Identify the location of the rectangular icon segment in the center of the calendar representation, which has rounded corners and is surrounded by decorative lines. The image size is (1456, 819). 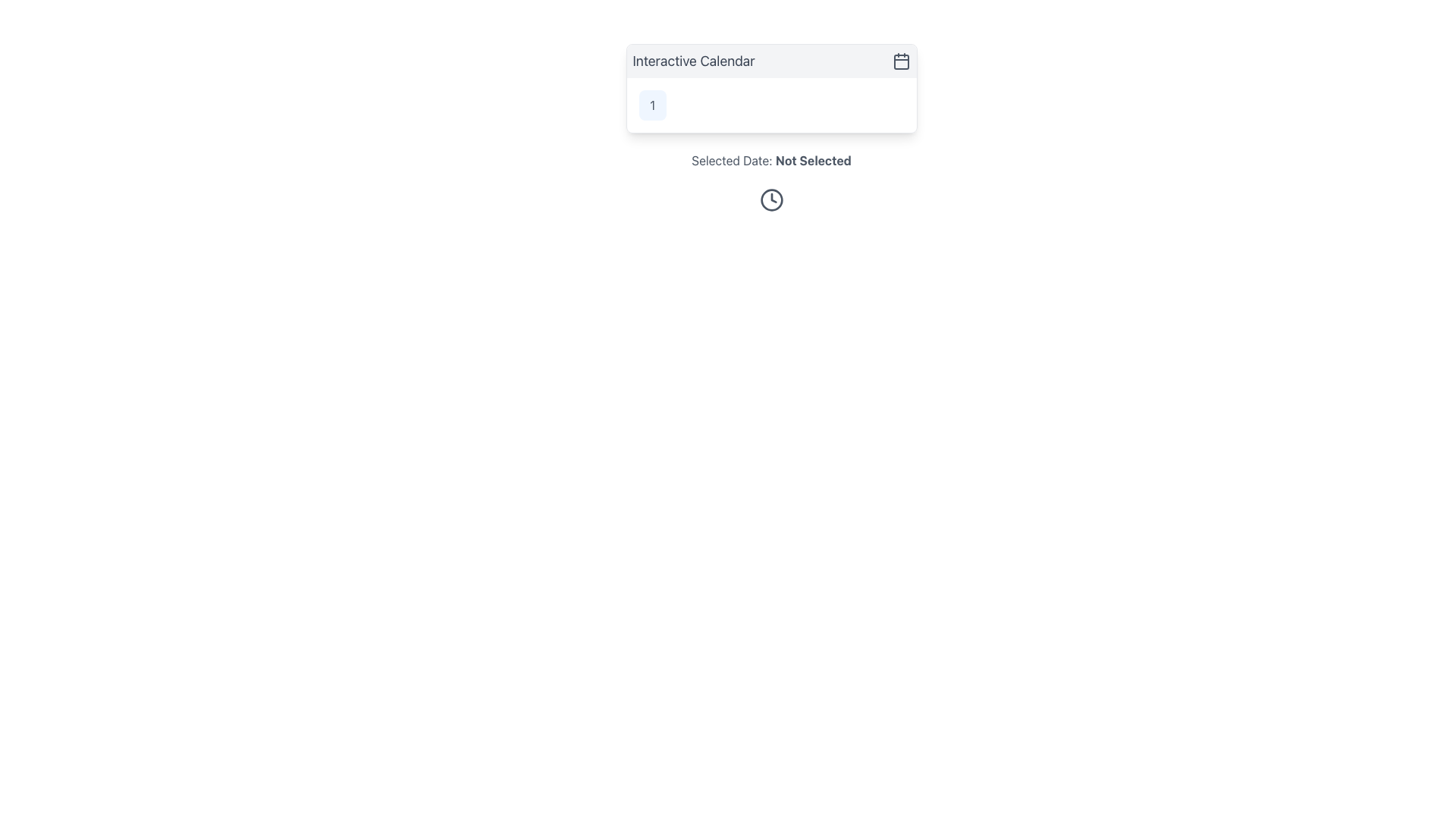
(901, 61).